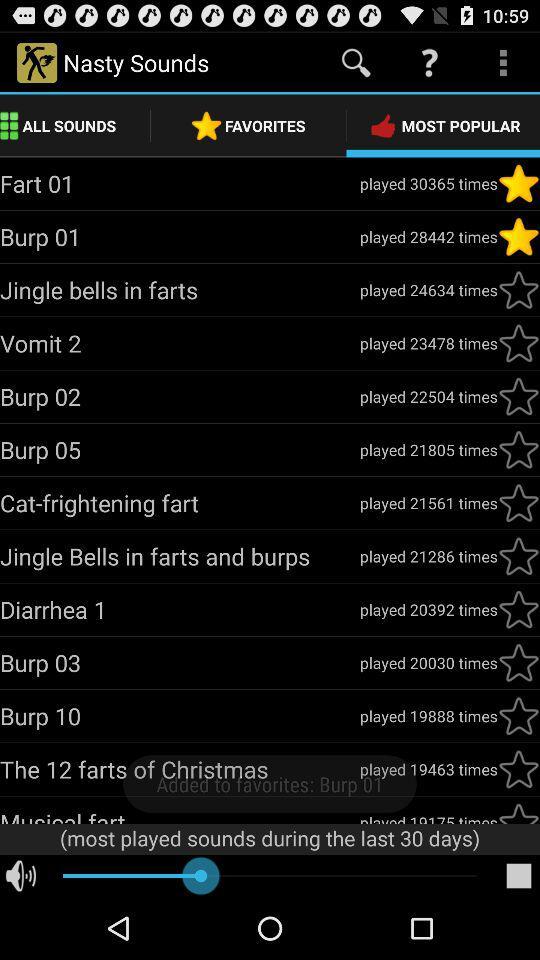 This screenshot has width=540, height=960. Describe the element at coordinates (355, 63) in the screenshot. I see `search icon` at that location.